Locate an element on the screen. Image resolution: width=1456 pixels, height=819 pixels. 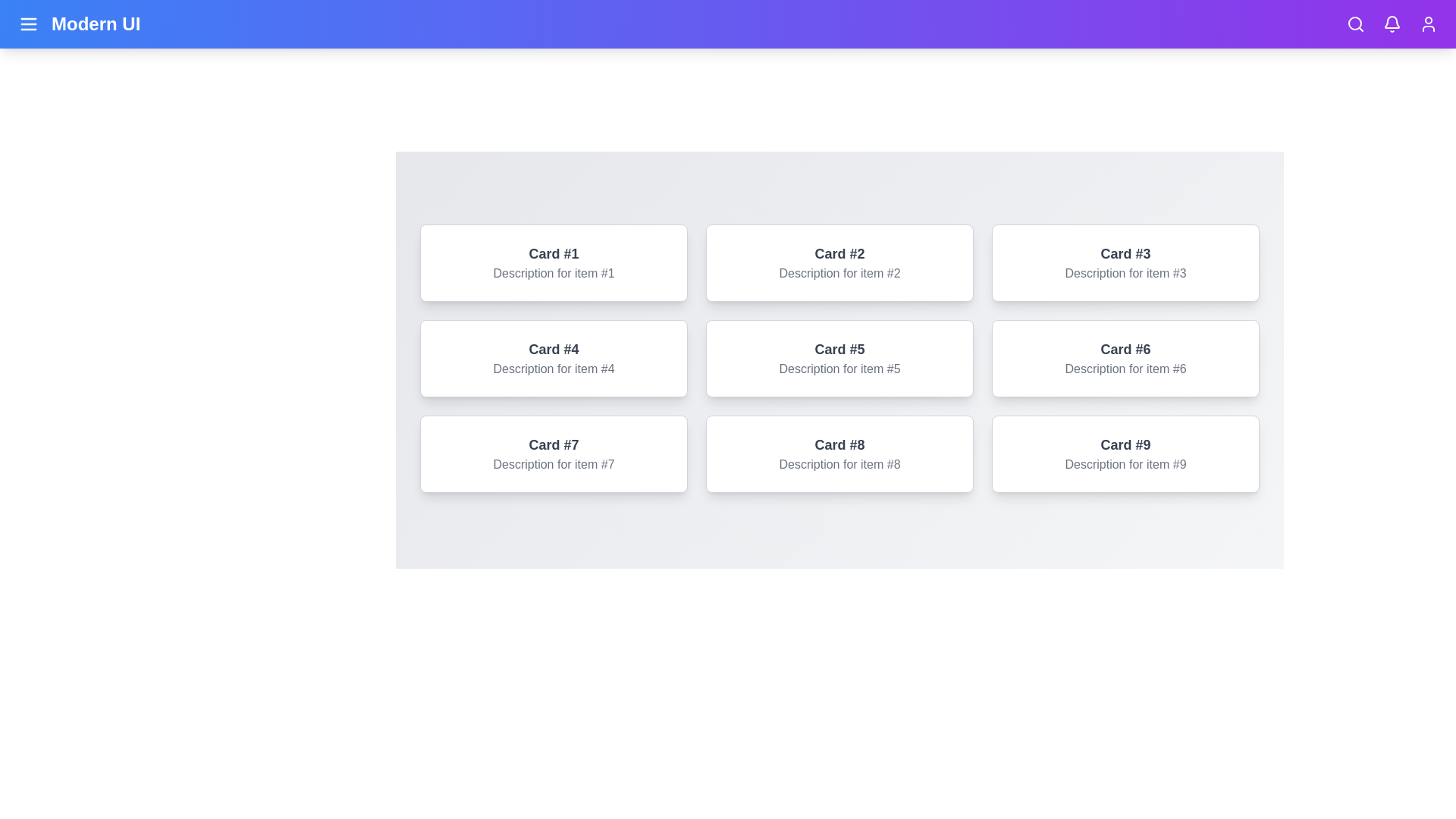
the search icon in the navigation bar is located at coordinates (1356, 24).